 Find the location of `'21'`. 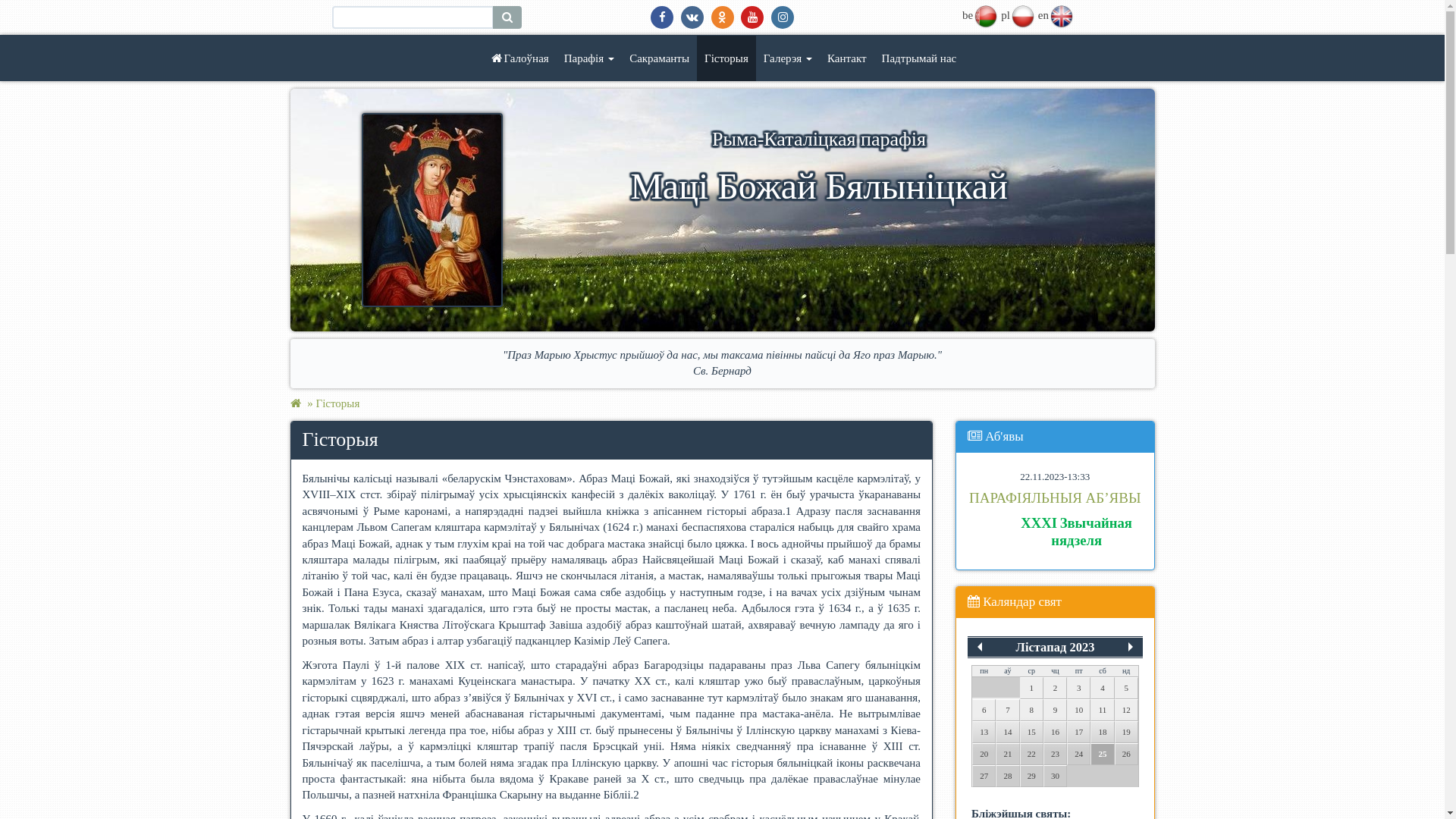

'21' is located at coordinates (996, 754).